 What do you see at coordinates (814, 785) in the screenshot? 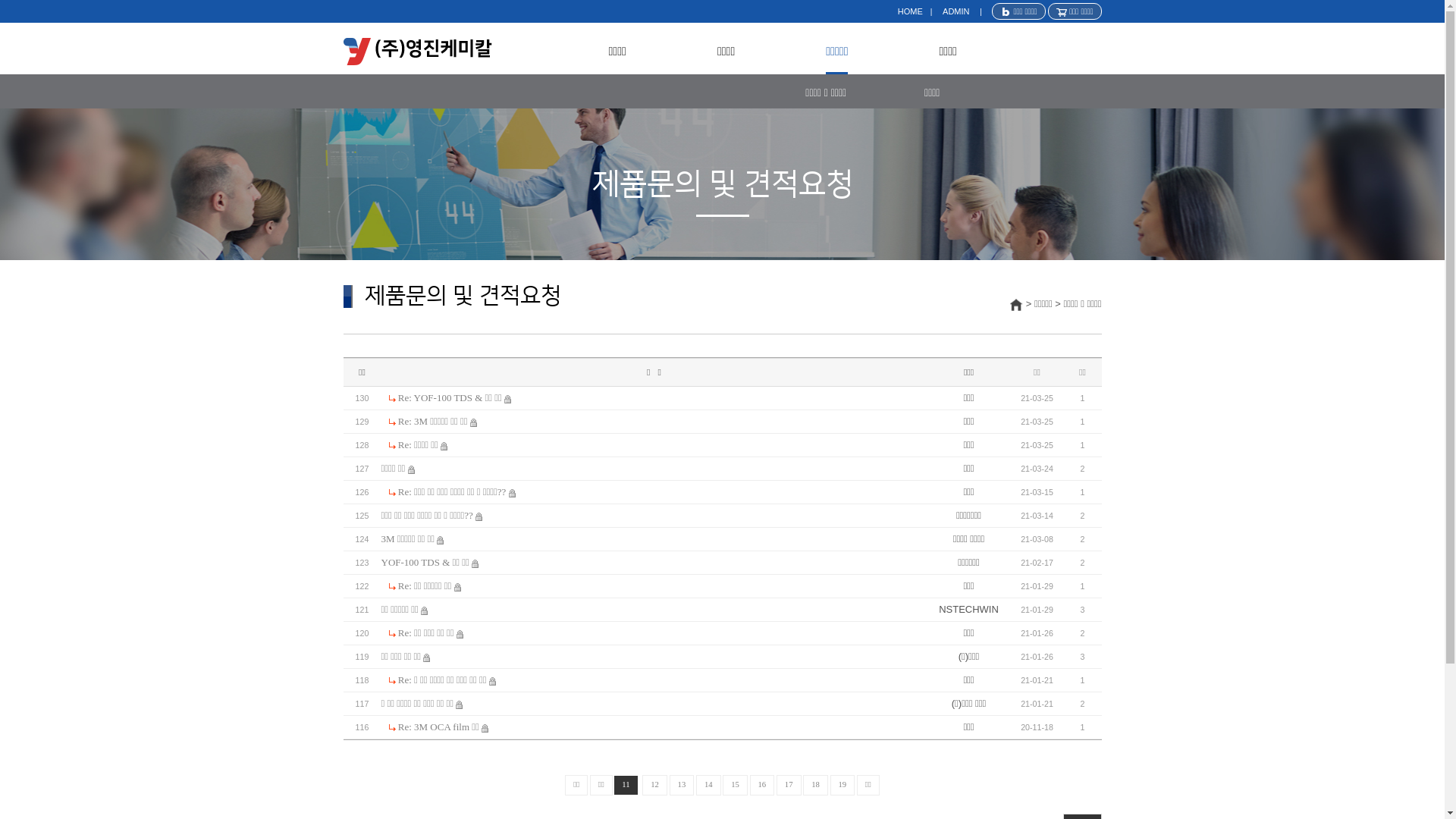
I see `'18'` at bounding box center [814, 785].